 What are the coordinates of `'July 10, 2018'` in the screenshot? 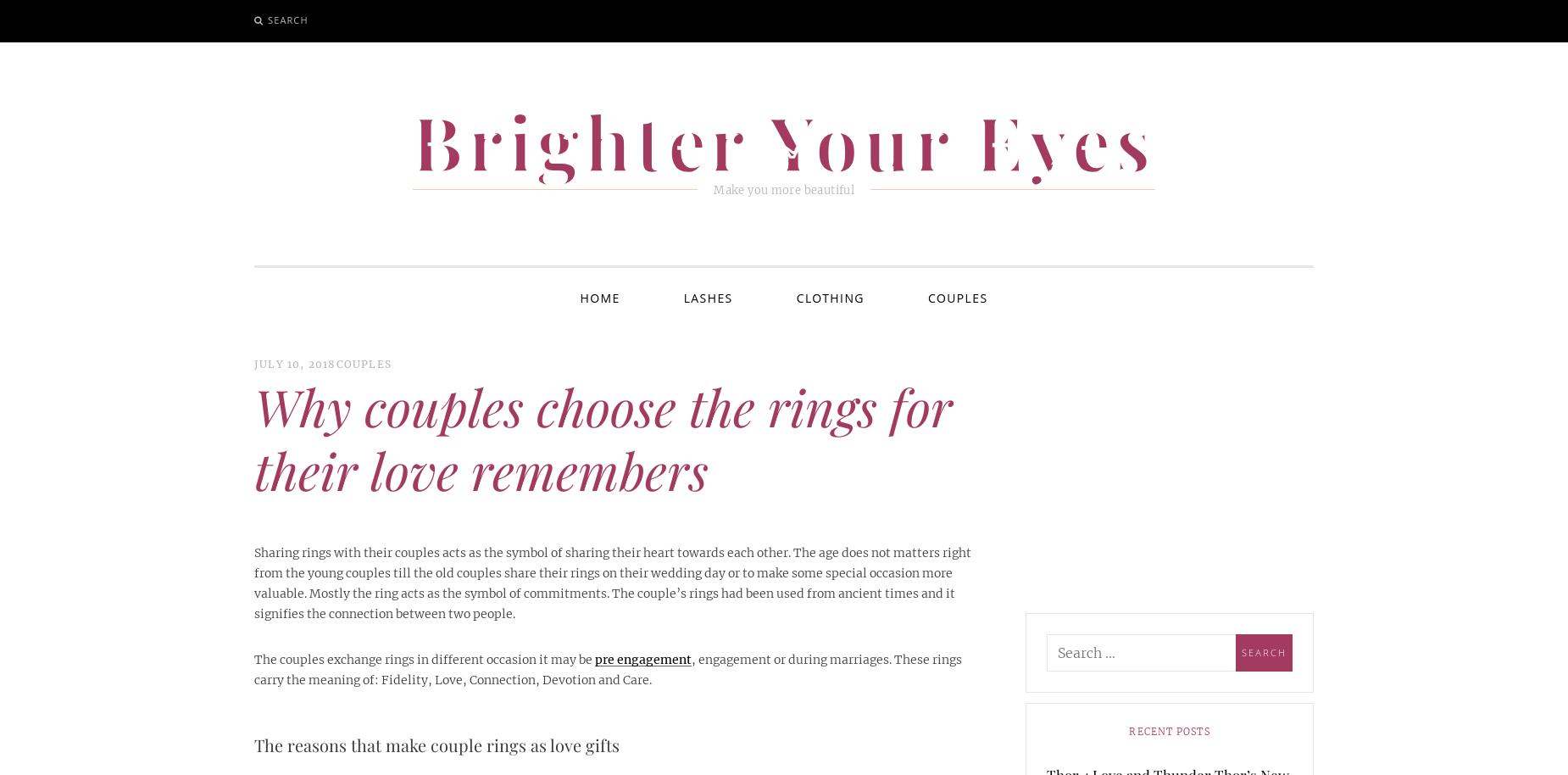 It's located at (252, 362).